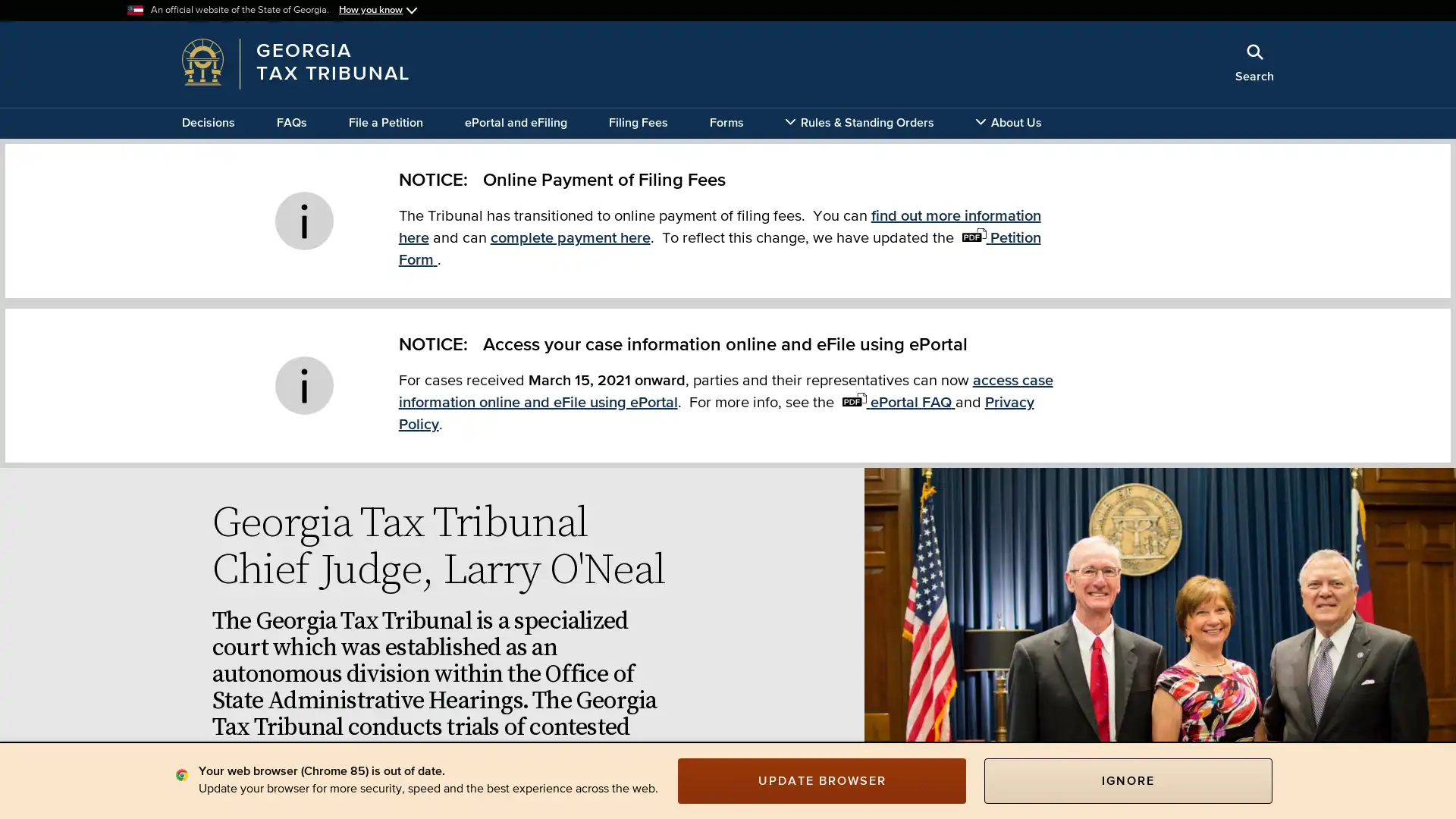  Describe the element at coordinates (1254, 64) in the screenshot. I see `Search` at that location.